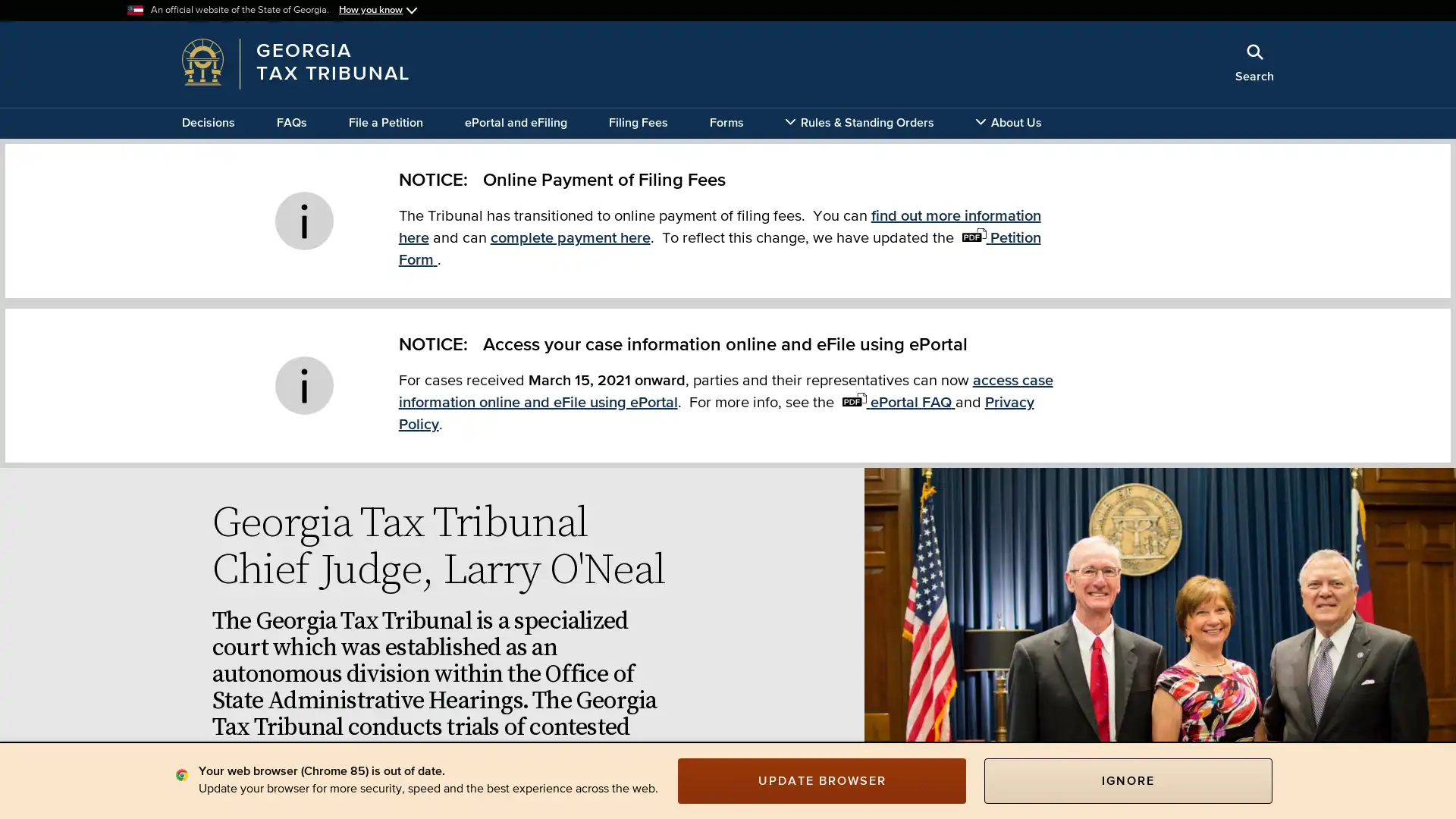  Describe the element at coordinates (1254, 64) in the screenshot. I see `Search` at that location.